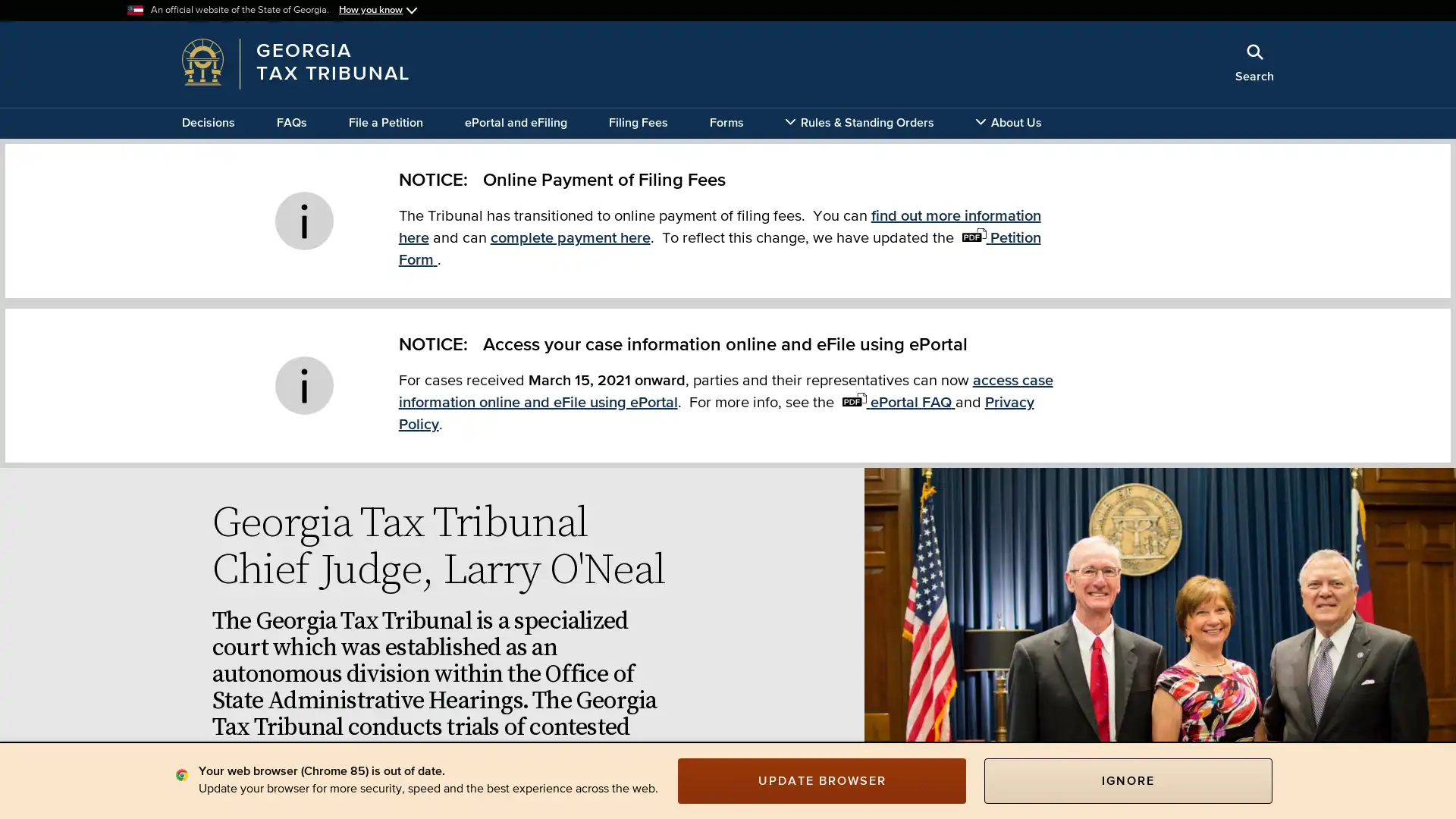  Describe the element at coordinates (1254, 64) in the screenshot. I see `Search` at that location.